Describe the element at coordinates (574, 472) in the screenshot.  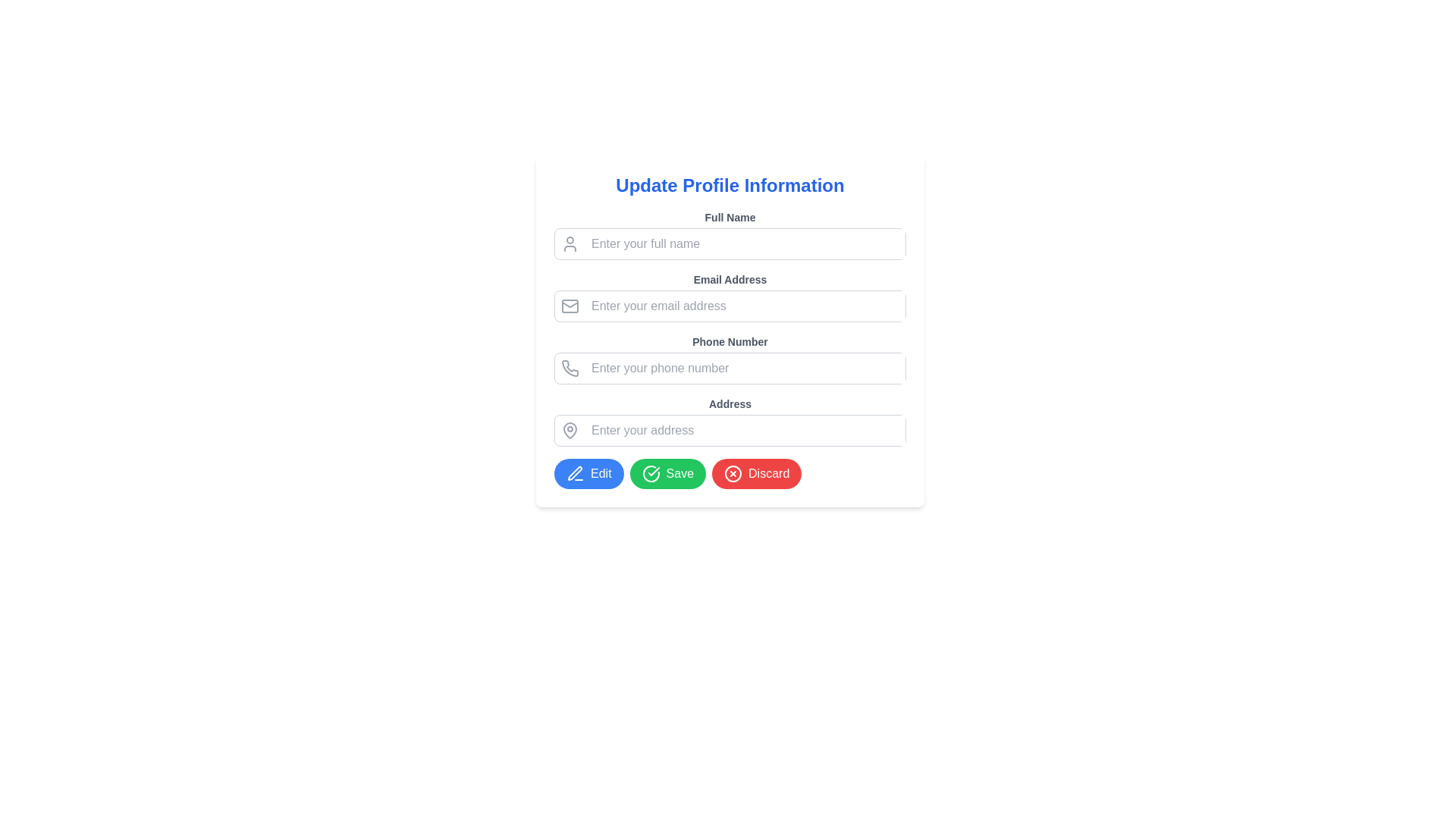
I see `the SVG icon indicating editing functionality within the 'Edit' button located in the lower-left corner of the form` at that location.